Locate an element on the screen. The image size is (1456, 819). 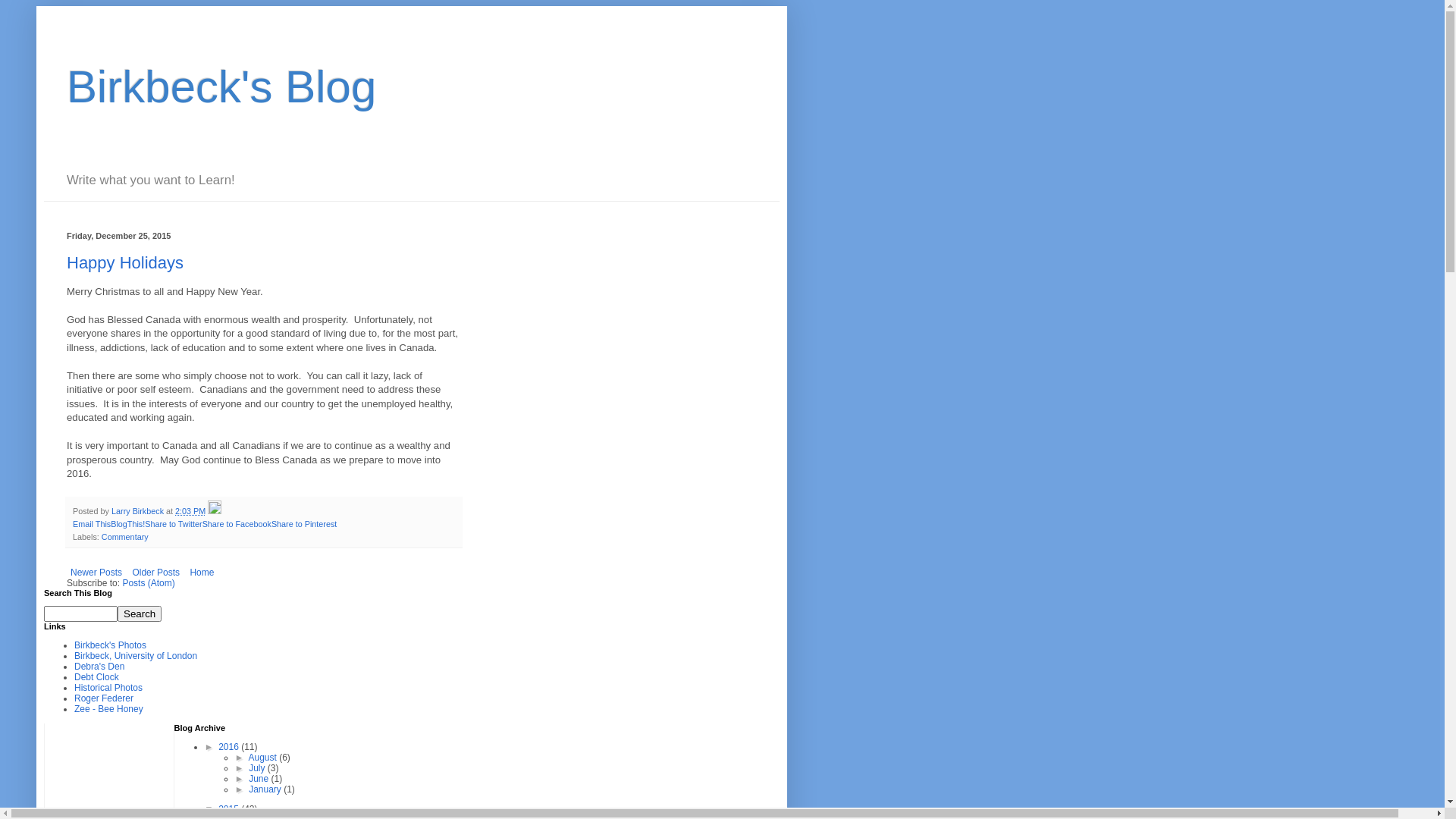
'Edit Post' is located at coordinates (214, 511).